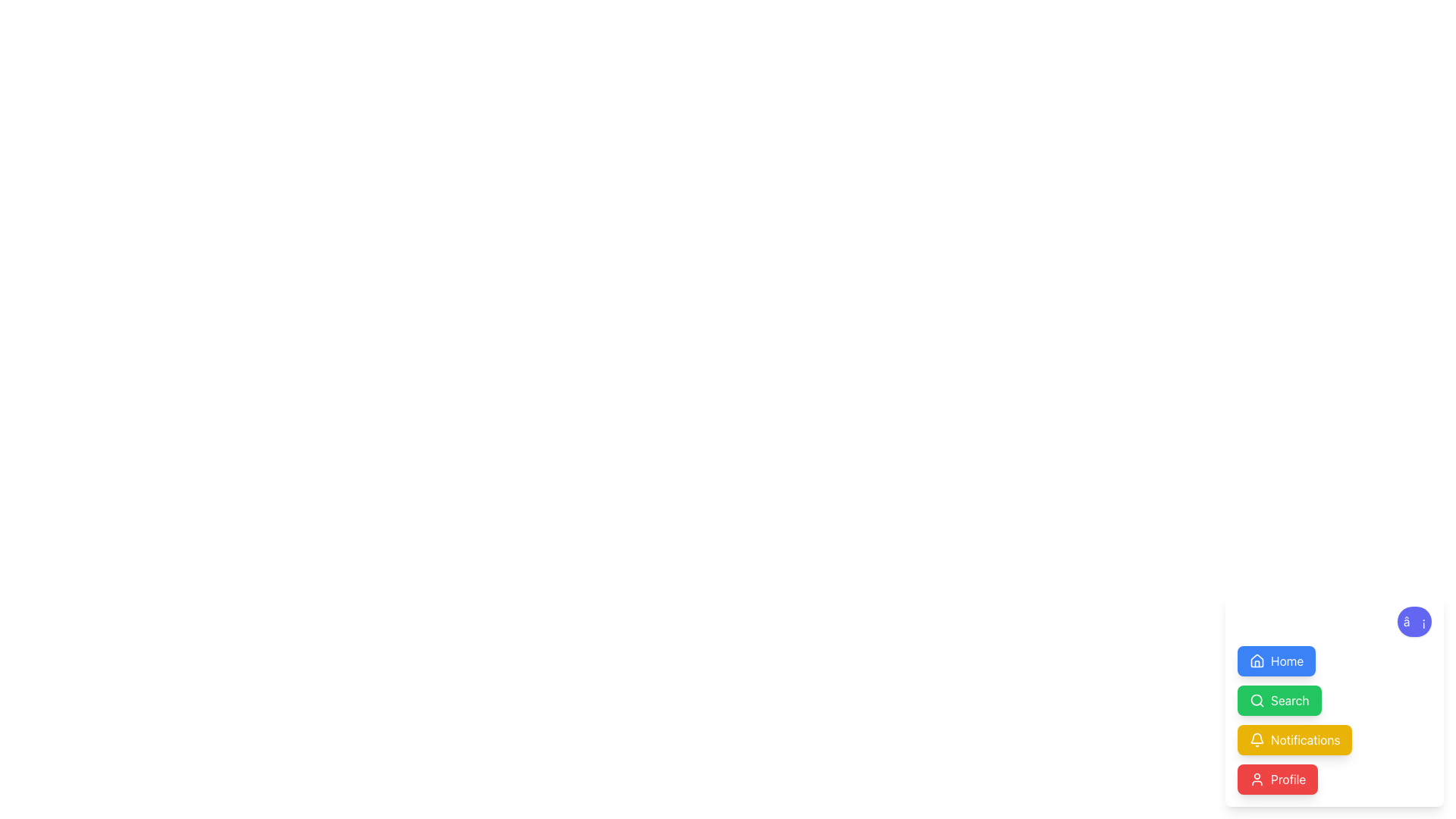  I want to click on the interactive button located in the top-right corner of the interface, so click(1276, 660).